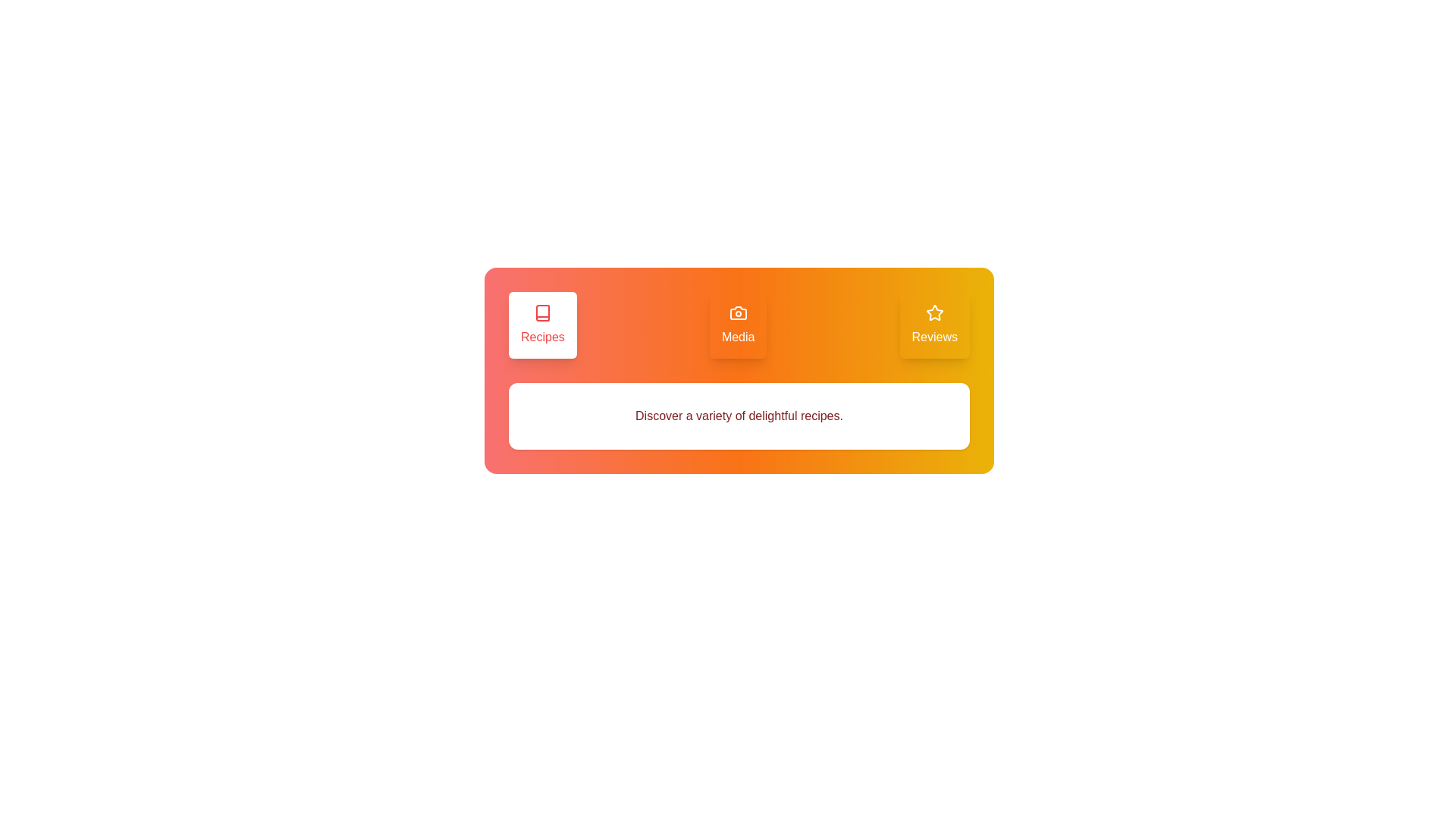  Describe the element at coordinates (738, 324) in the screenshot. I see `the Media tab` at that location.